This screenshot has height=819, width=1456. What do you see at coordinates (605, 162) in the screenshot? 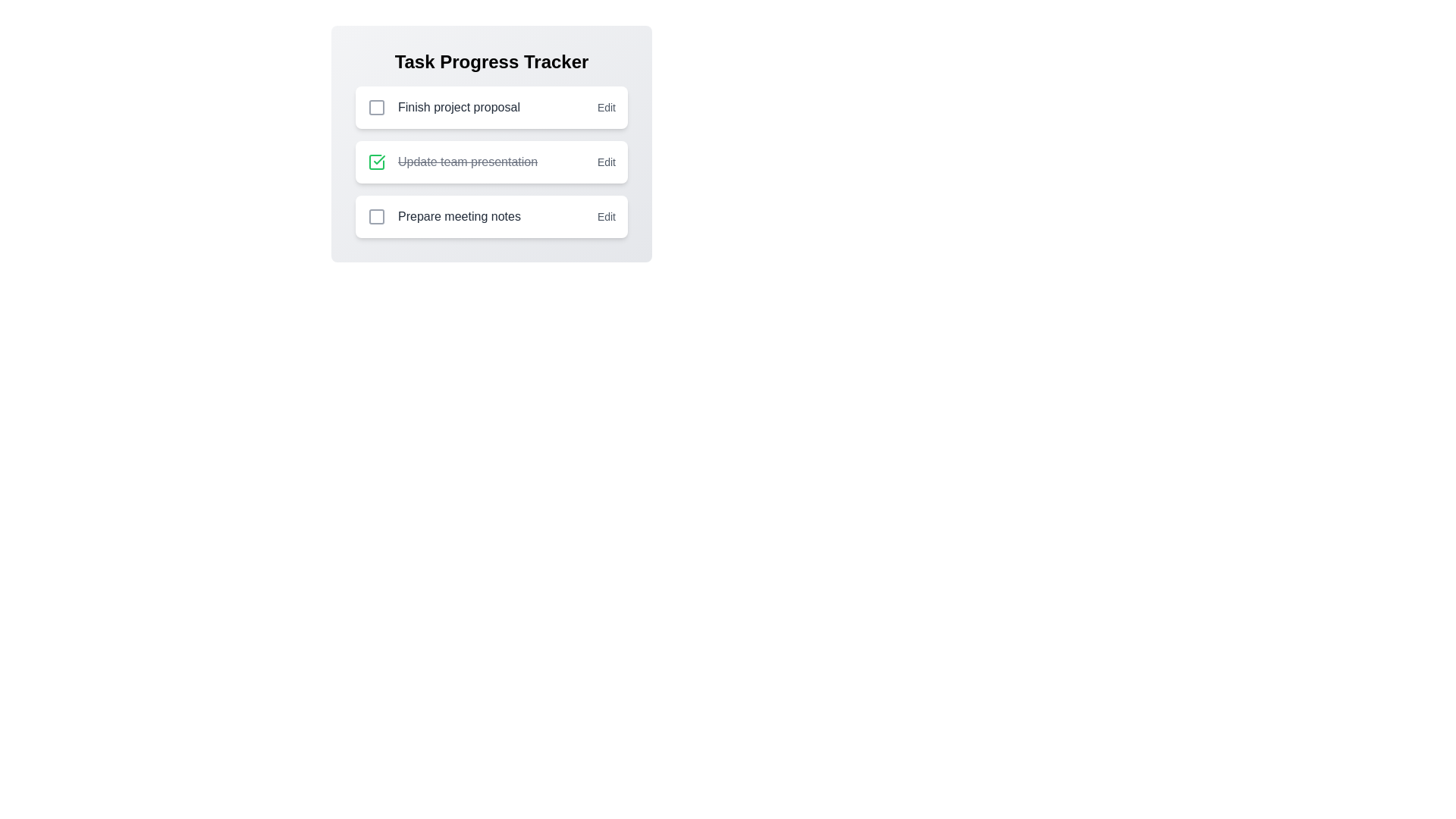
I see `the 'Edit' button for the task 'Update team presentation'` at bounding box center [605, 162].